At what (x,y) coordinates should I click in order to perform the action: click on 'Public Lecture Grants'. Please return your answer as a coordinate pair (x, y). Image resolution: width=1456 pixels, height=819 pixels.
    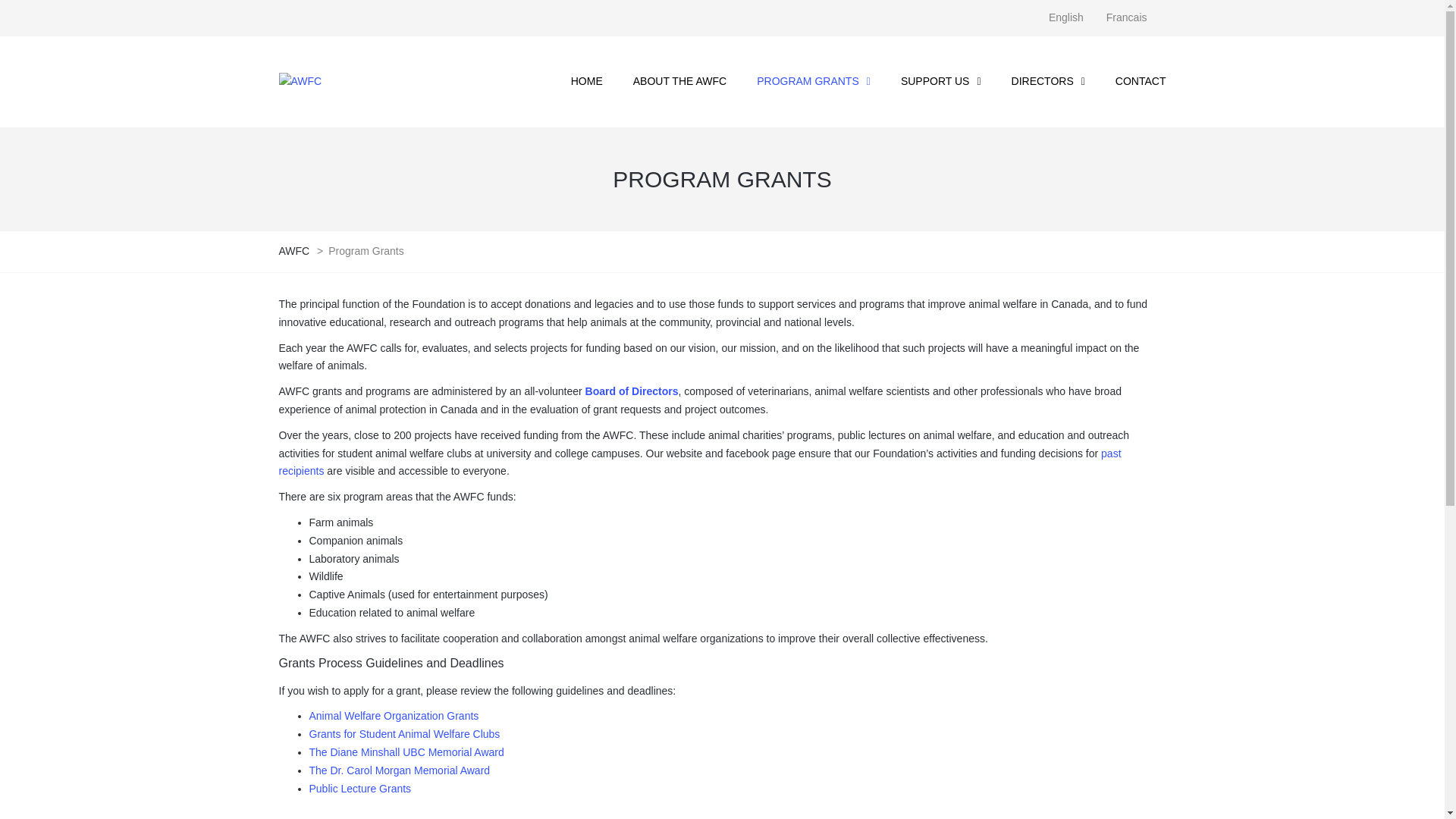
    Looking at the image, I should click on (309, 788).